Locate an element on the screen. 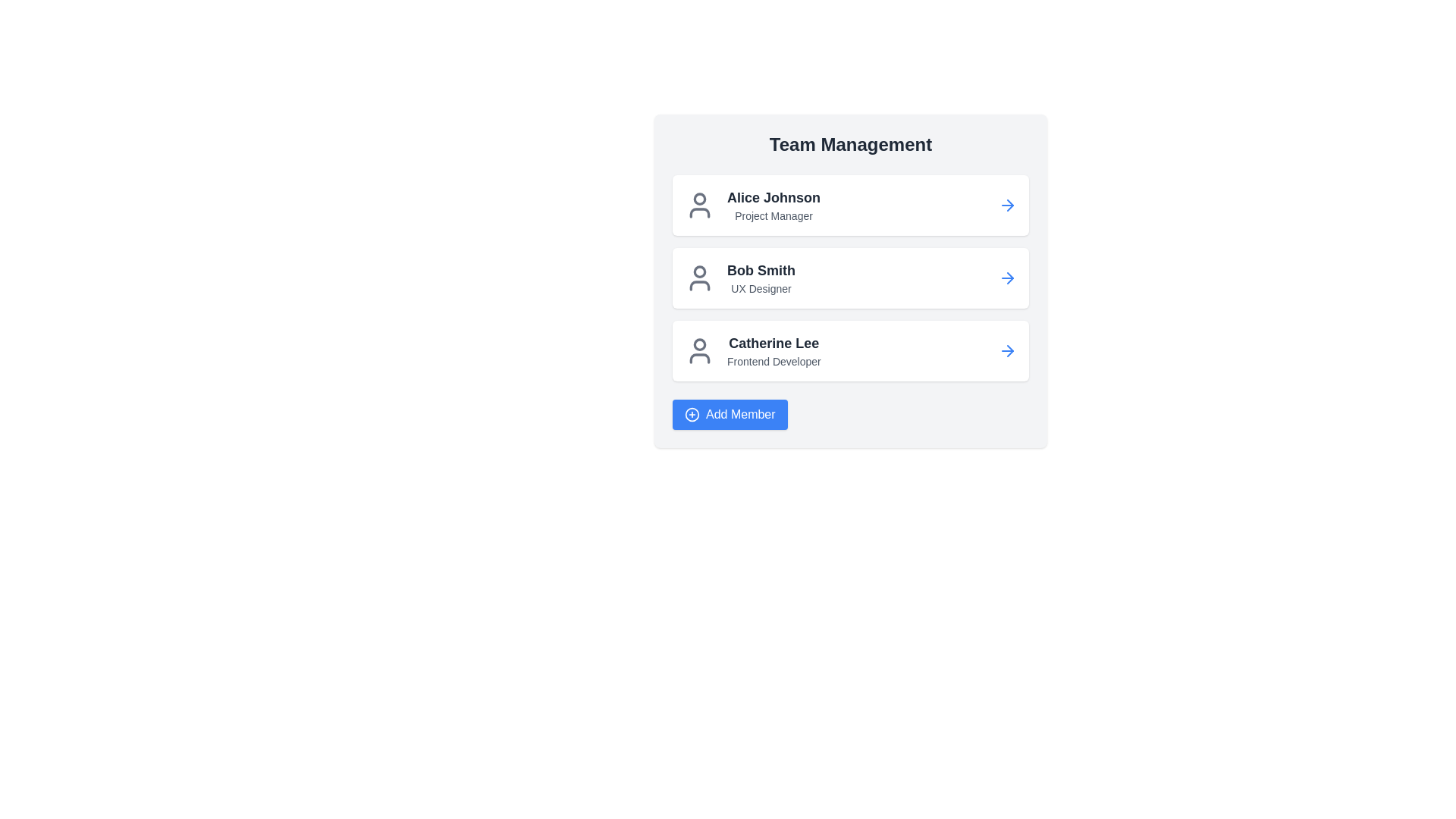 The height and width of the screenshot is (819, 1456). the circular profile icon representing 'Alice Johnson' to focus on the user is located at coordinates (698, 205).